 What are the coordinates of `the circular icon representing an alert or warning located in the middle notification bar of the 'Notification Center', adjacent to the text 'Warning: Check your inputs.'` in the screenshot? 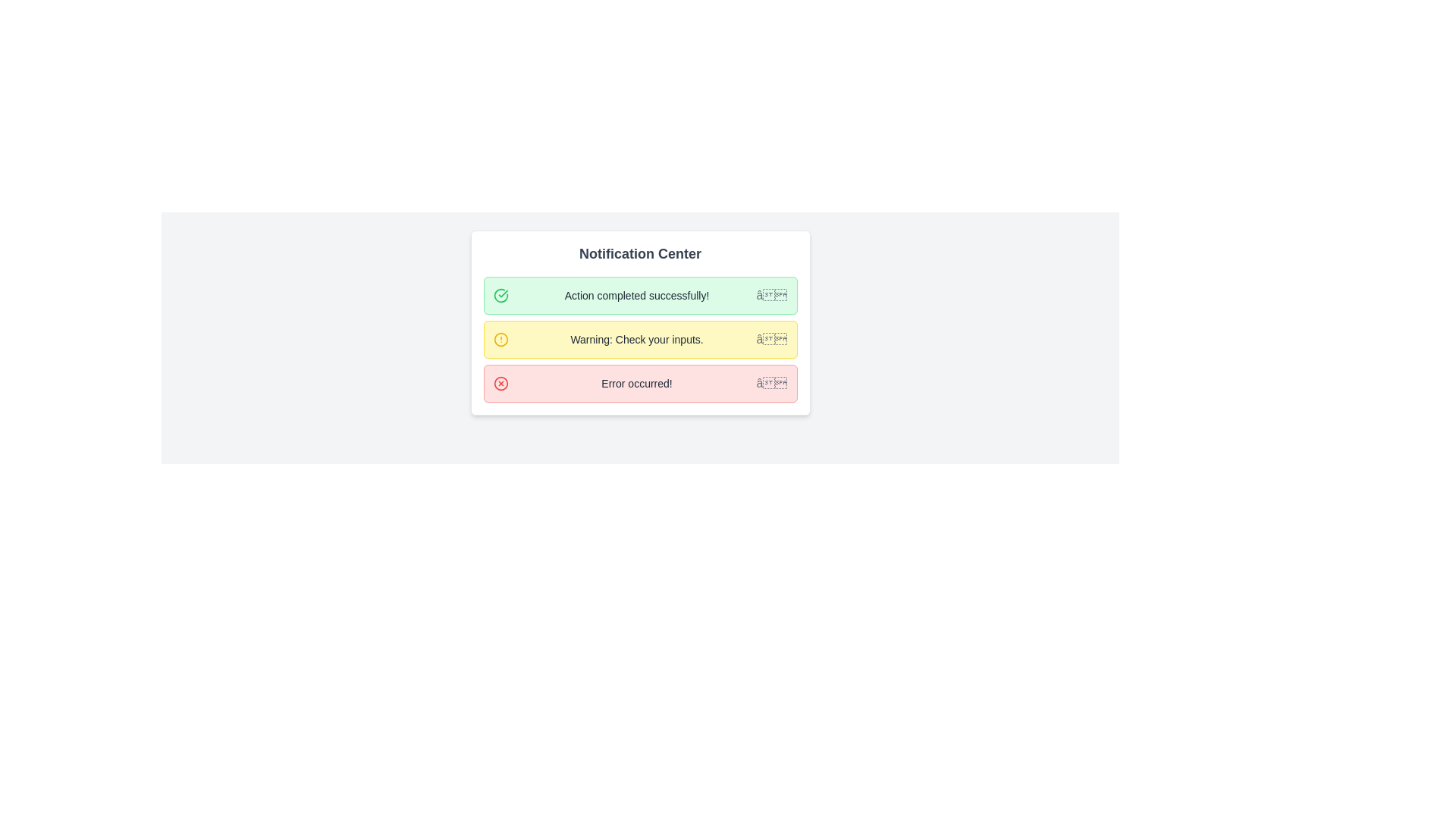 It's located at (500, 338).